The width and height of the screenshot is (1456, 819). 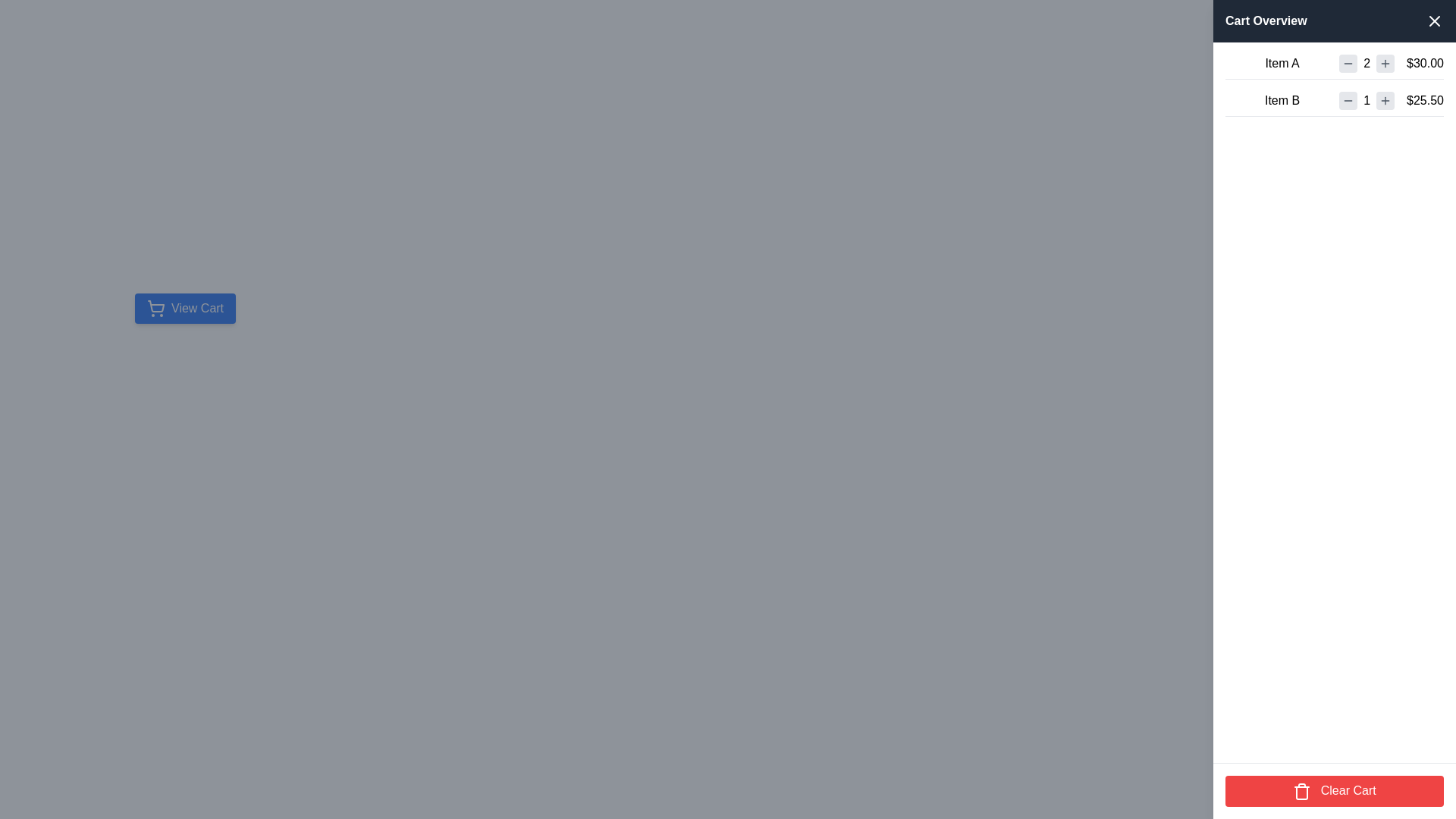 What do you see at coordinates (1348, 63) in the screenshot?
I see `the minus button in the Cart Overview section to decrement the quantity of Item A` at bounding box center [1348, 63].